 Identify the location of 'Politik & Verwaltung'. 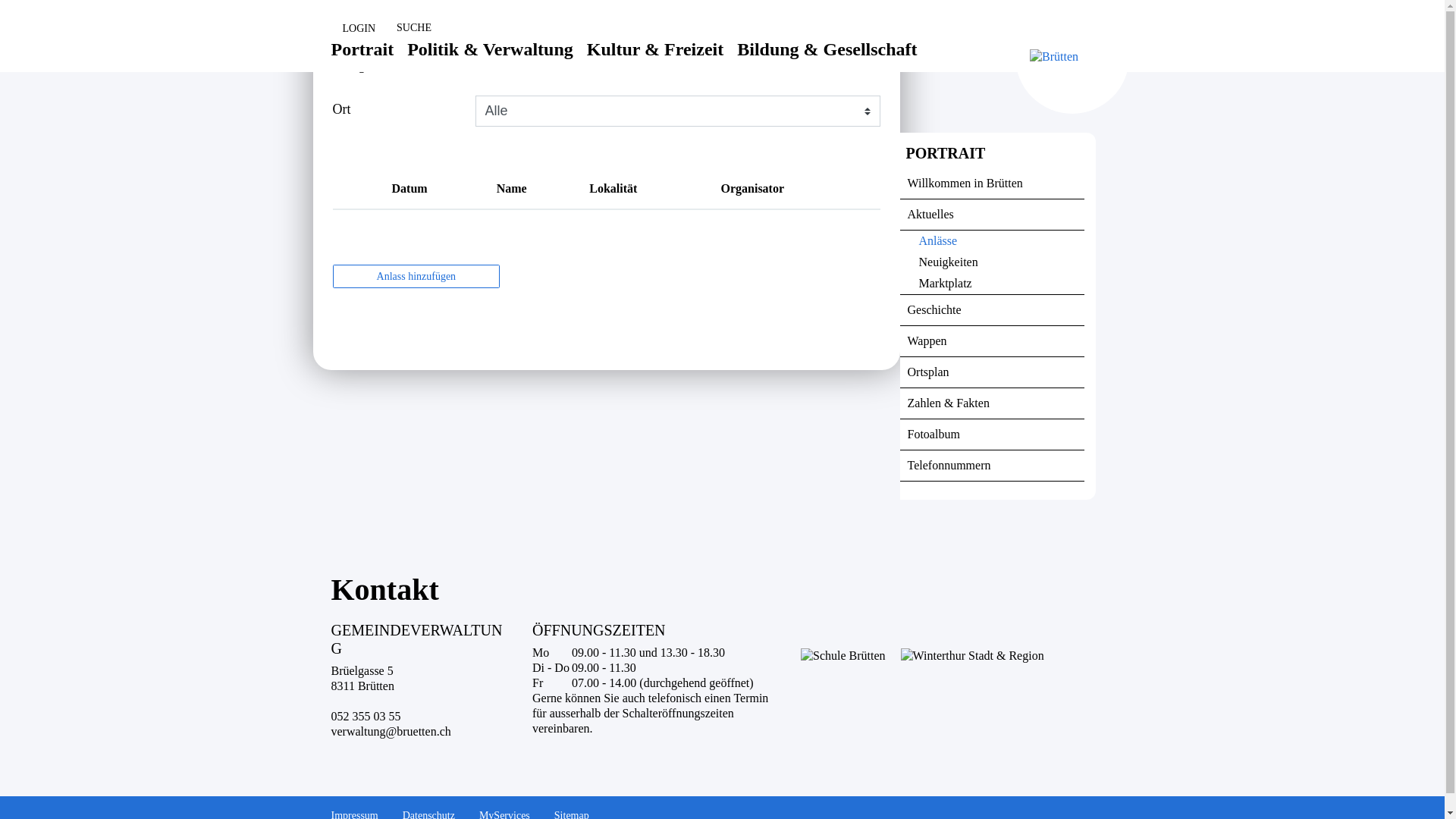
(490, 61).